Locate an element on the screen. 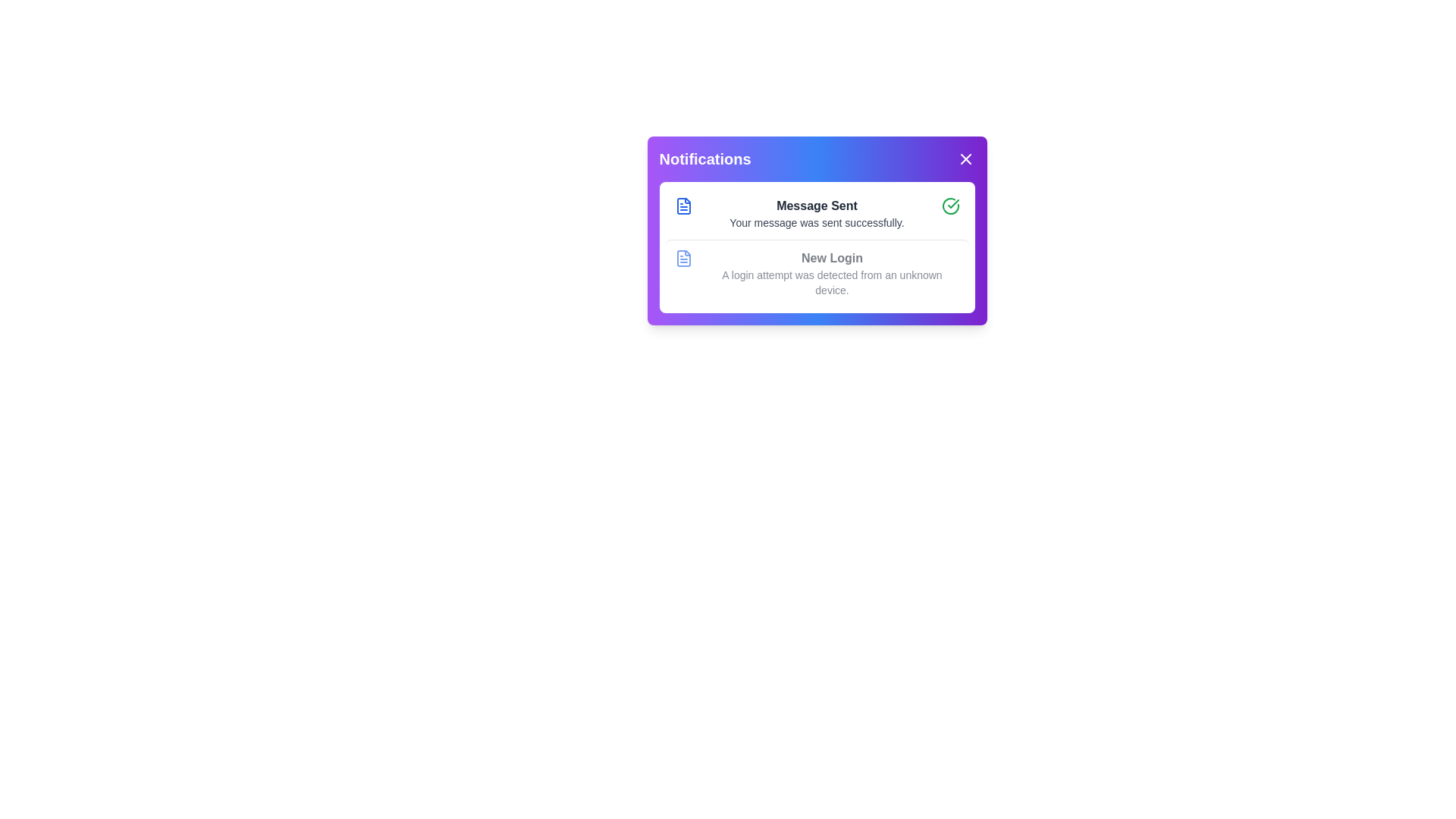 The image size is (1456, 819). the notification titled 'Message Sent' which indicates that your message was sent successfully is located at coordinates (816, 213).